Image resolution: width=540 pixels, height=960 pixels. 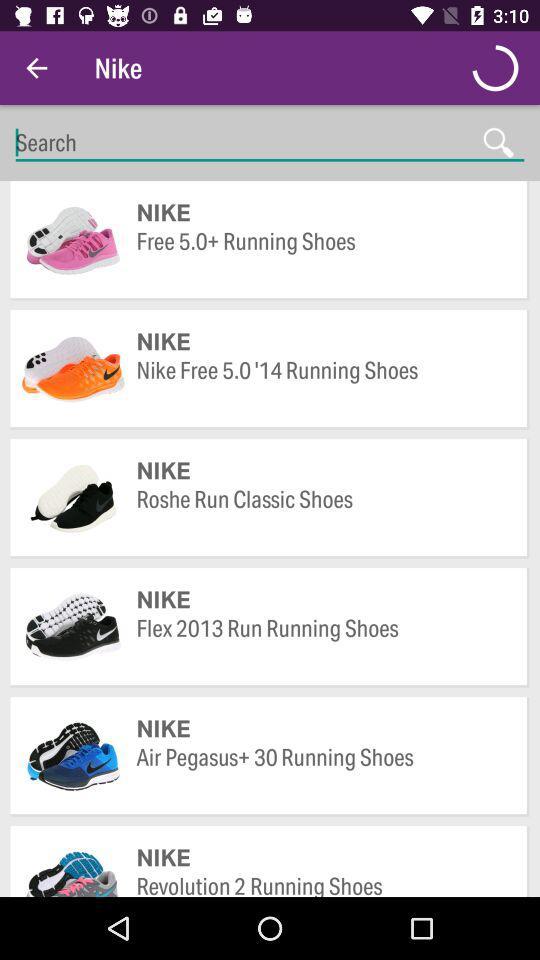 What do you see at coordinates (36, 68) in the screenshot?
I see `icon to the left of nike icon` at bounding box center [36, 68].